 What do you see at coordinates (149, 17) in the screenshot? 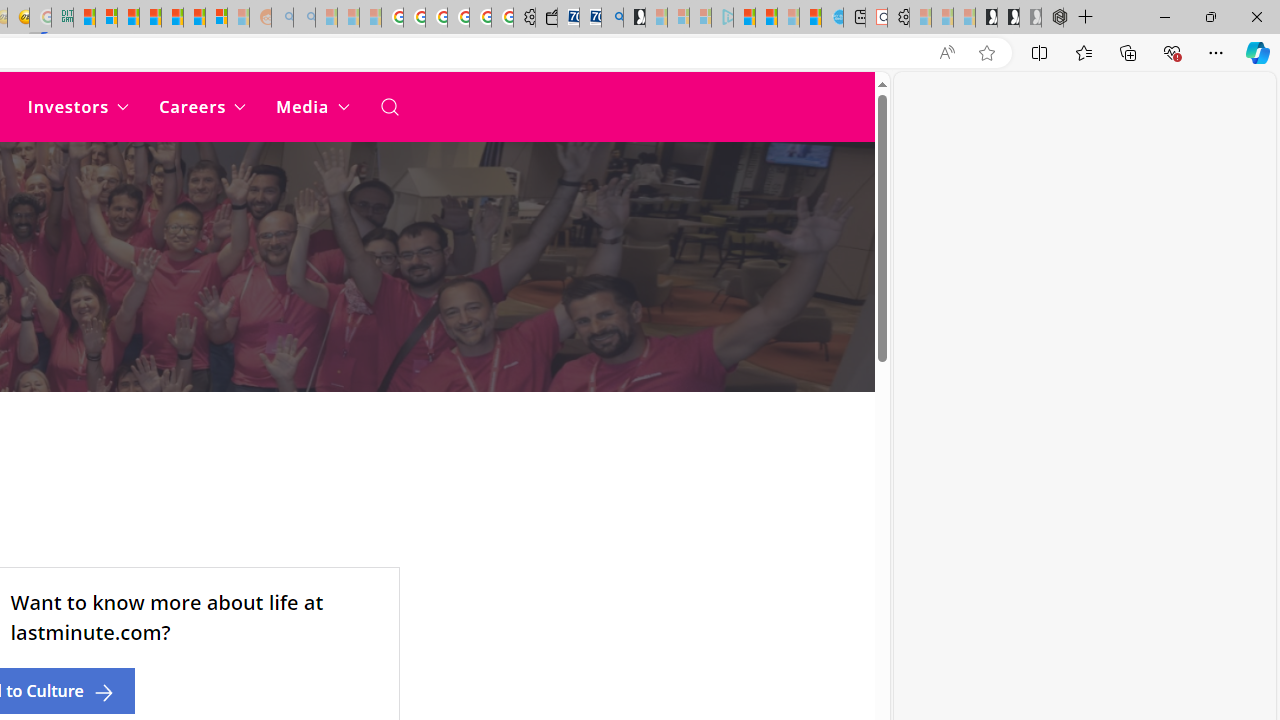
I see `'Student Loan Update: Forgiveness Program Ends This Month'` at bounding box center [149, 17].